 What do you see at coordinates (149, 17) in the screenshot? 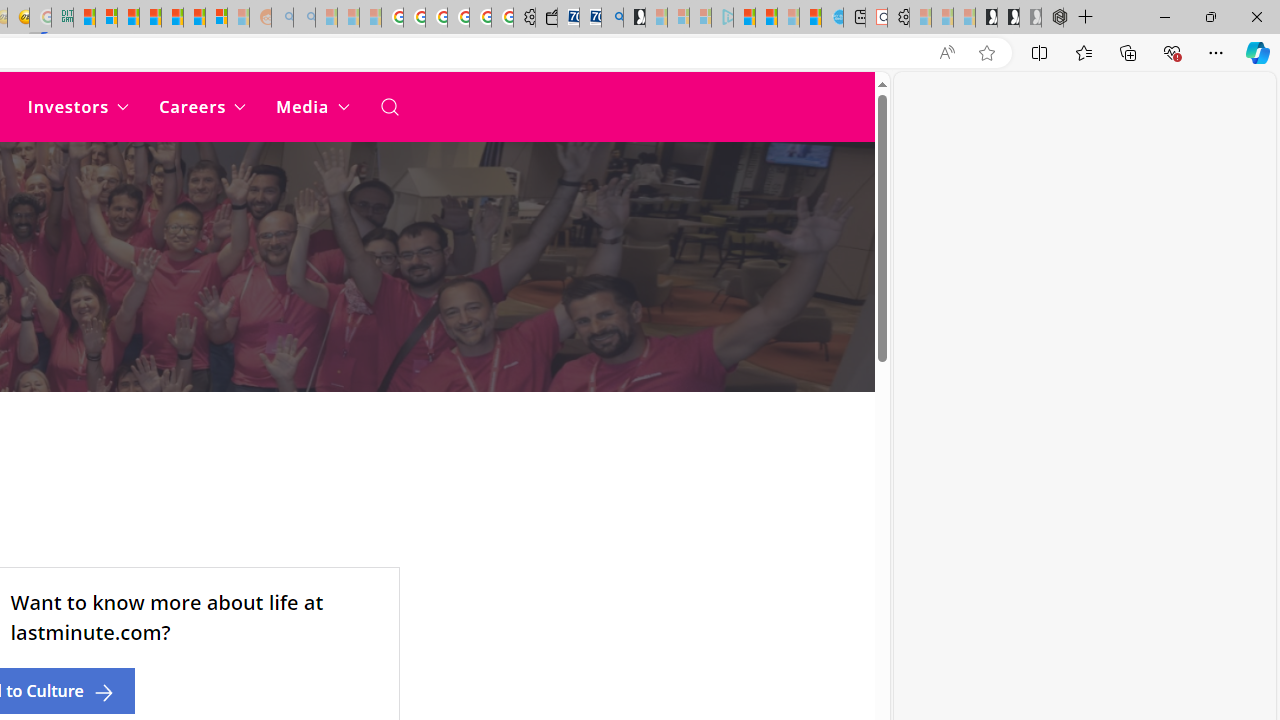
I see `'Student Loan Update: Forgiveness Program Ends This Month'` at bounding box center [149, 17].